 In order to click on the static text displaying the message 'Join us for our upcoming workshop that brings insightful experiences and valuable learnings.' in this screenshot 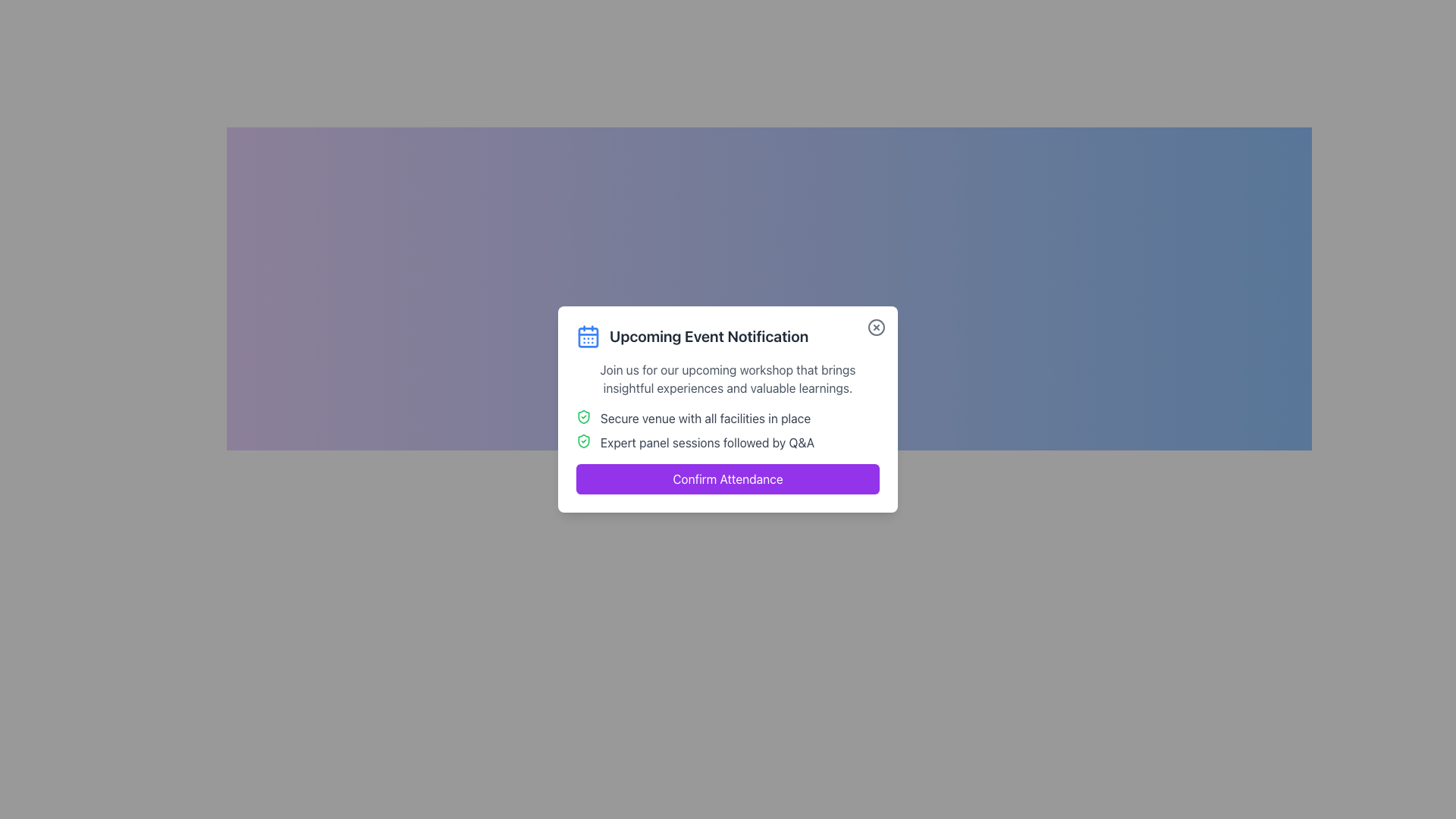, I will do `click(728, 378)`.